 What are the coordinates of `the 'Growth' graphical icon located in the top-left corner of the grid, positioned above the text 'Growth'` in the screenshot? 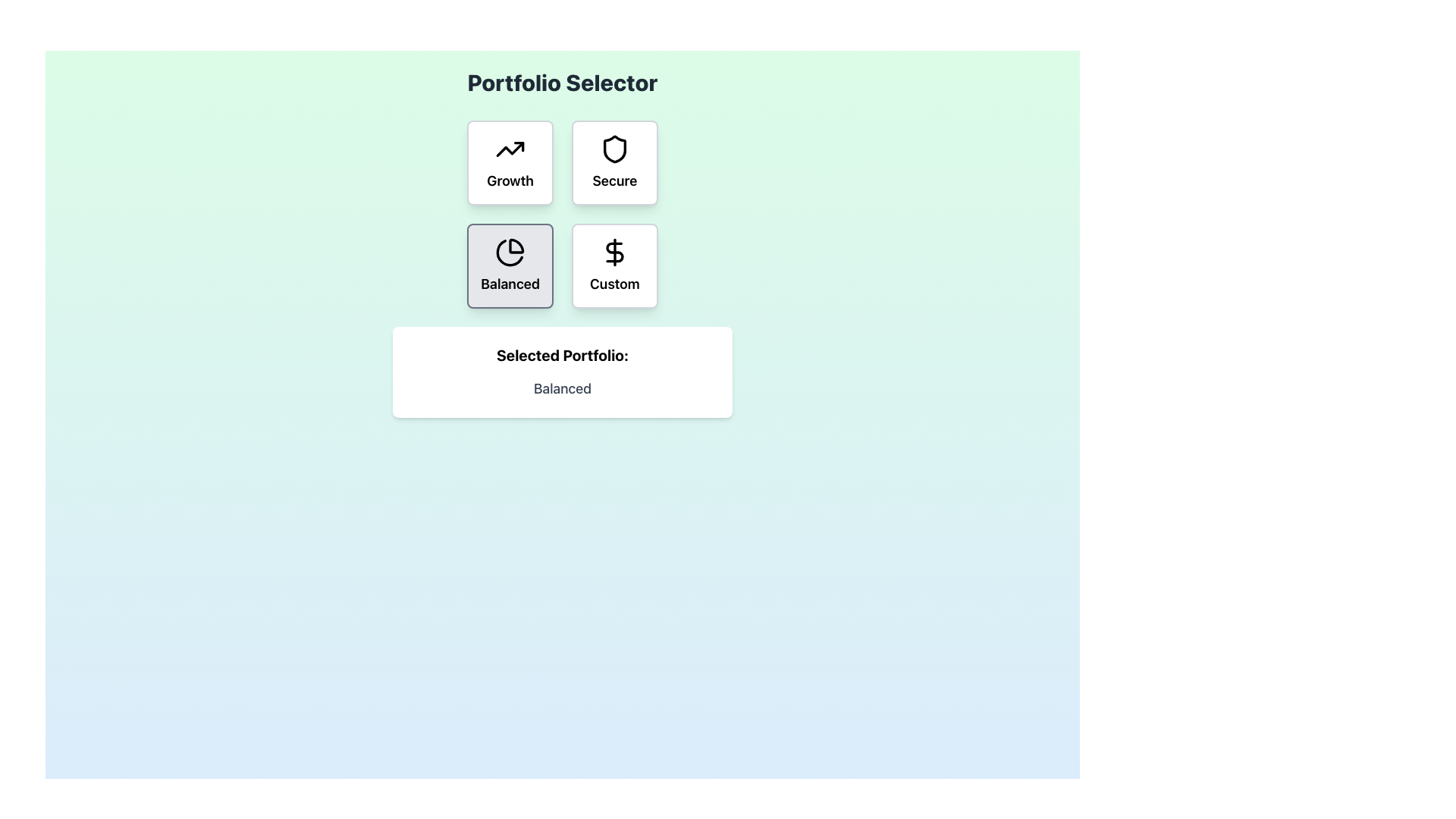 It's located at (510, 149).